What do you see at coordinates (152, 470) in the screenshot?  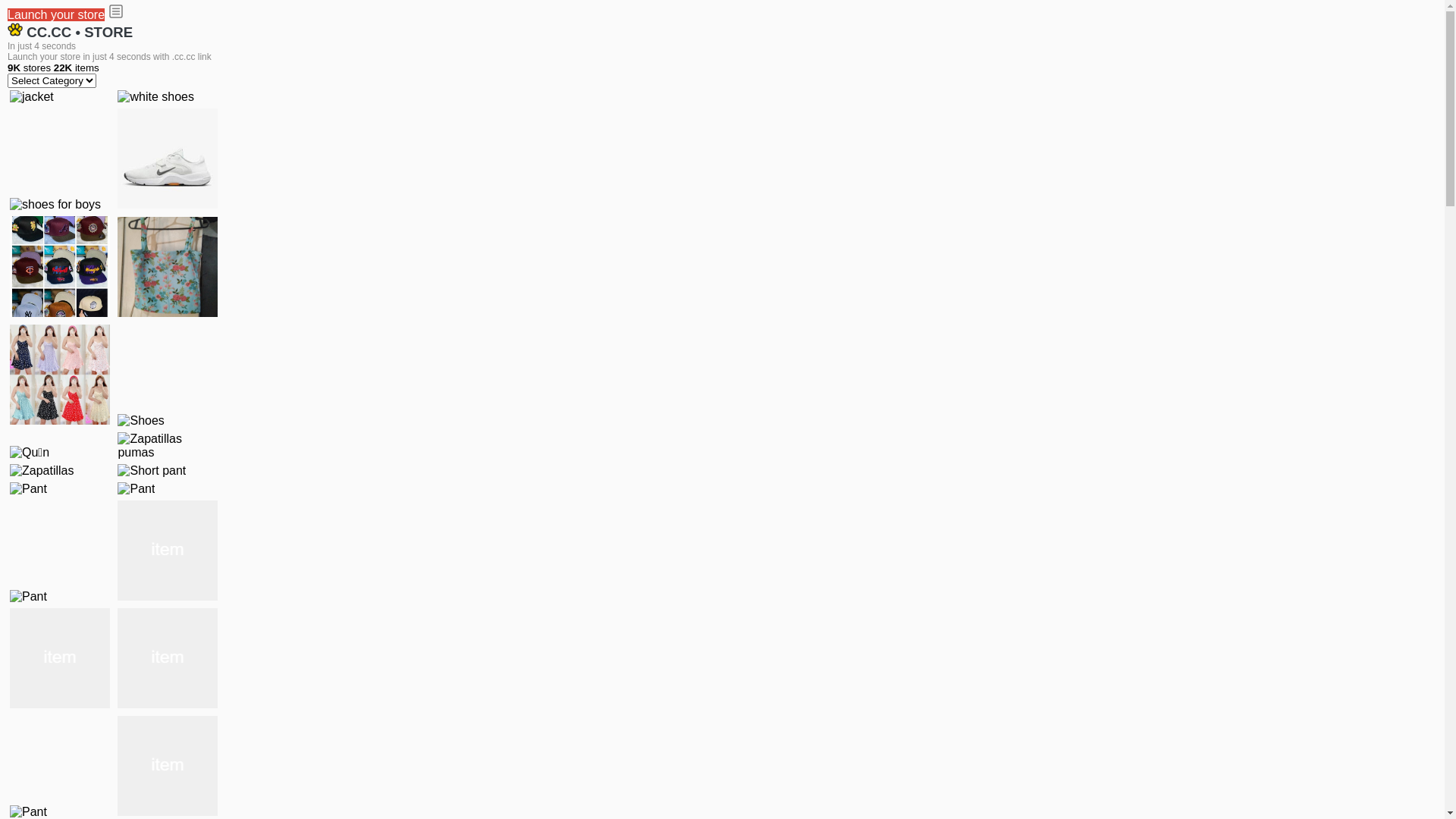 I see `'Short pant'` at bounding box center [152, 470].